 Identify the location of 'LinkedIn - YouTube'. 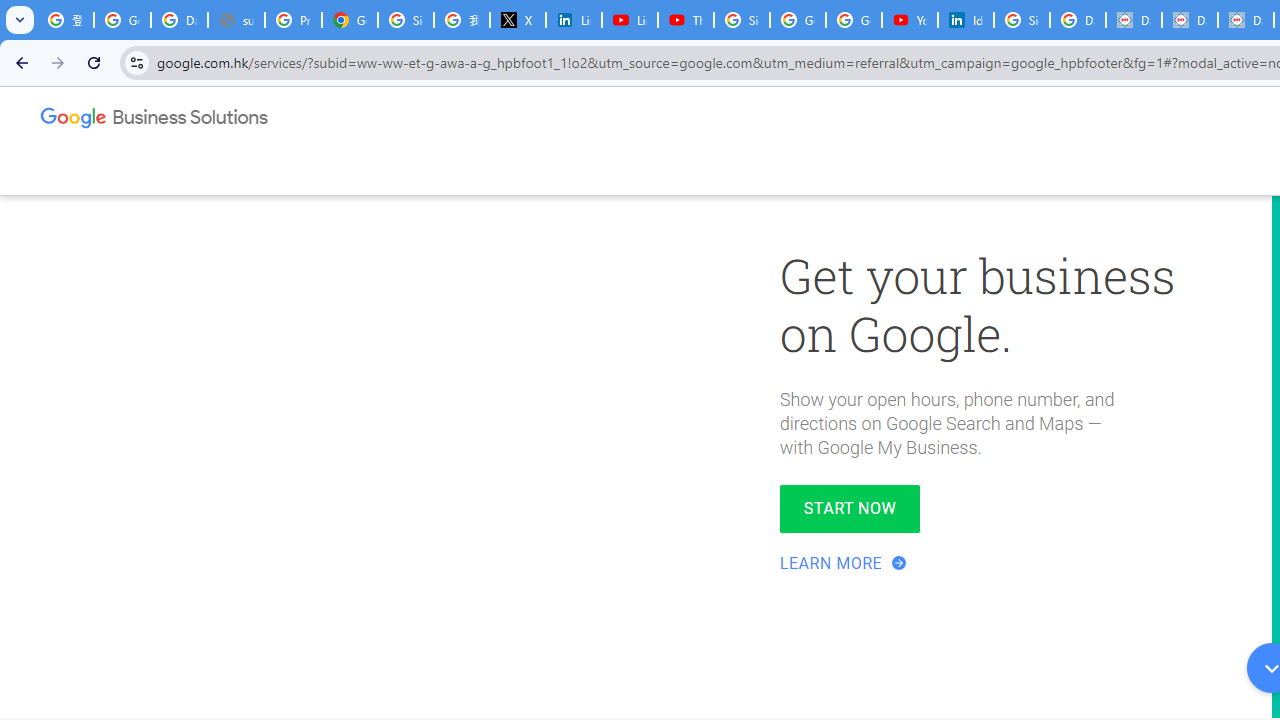
(628, 20).